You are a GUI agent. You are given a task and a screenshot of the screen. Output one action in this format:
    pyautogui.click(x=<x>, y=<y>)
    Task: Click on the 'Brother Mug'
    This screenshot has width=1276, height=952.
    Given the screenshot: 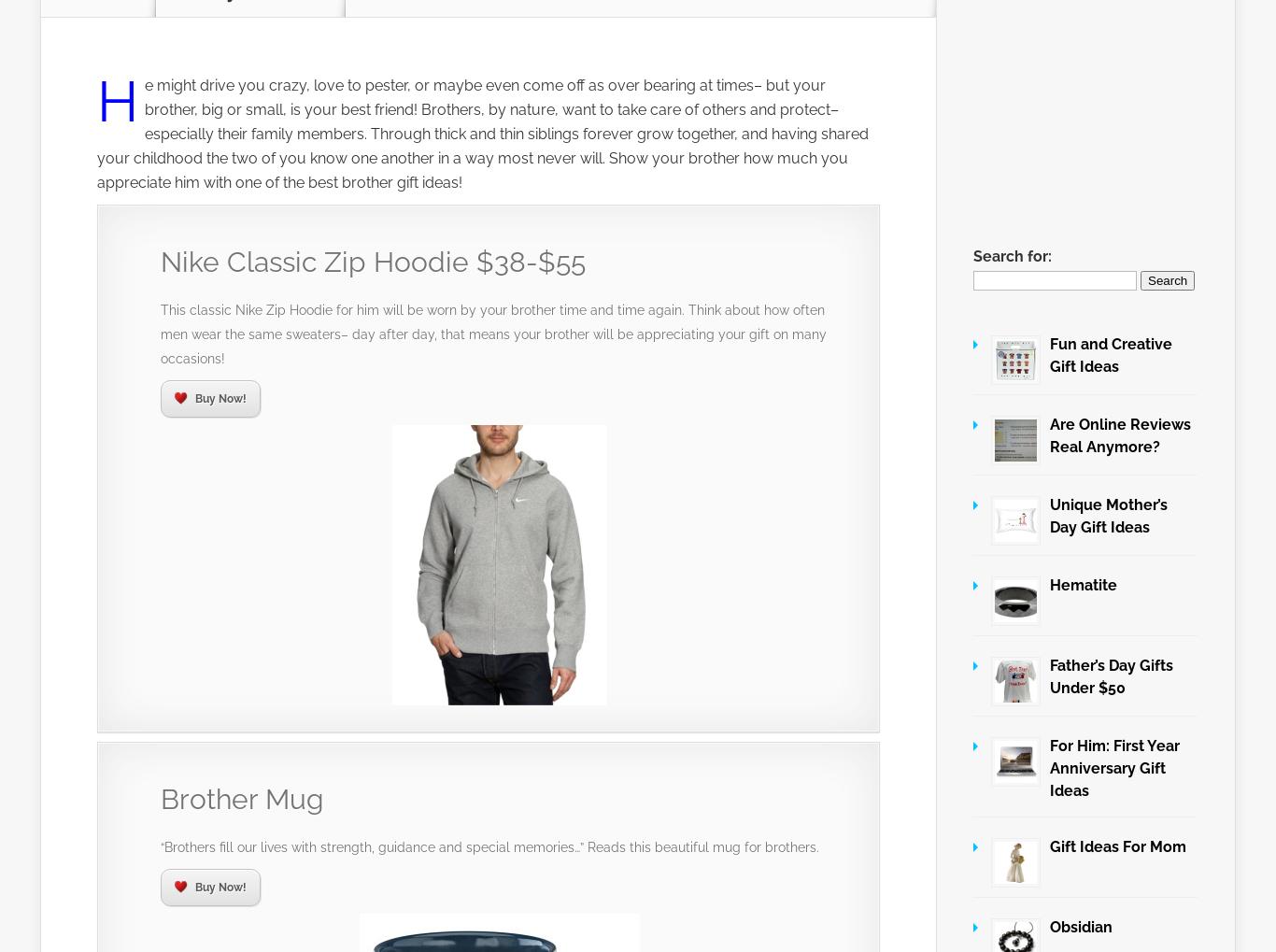 What is the action you would take?
    pyautogui.click(x=242, y=798)
    